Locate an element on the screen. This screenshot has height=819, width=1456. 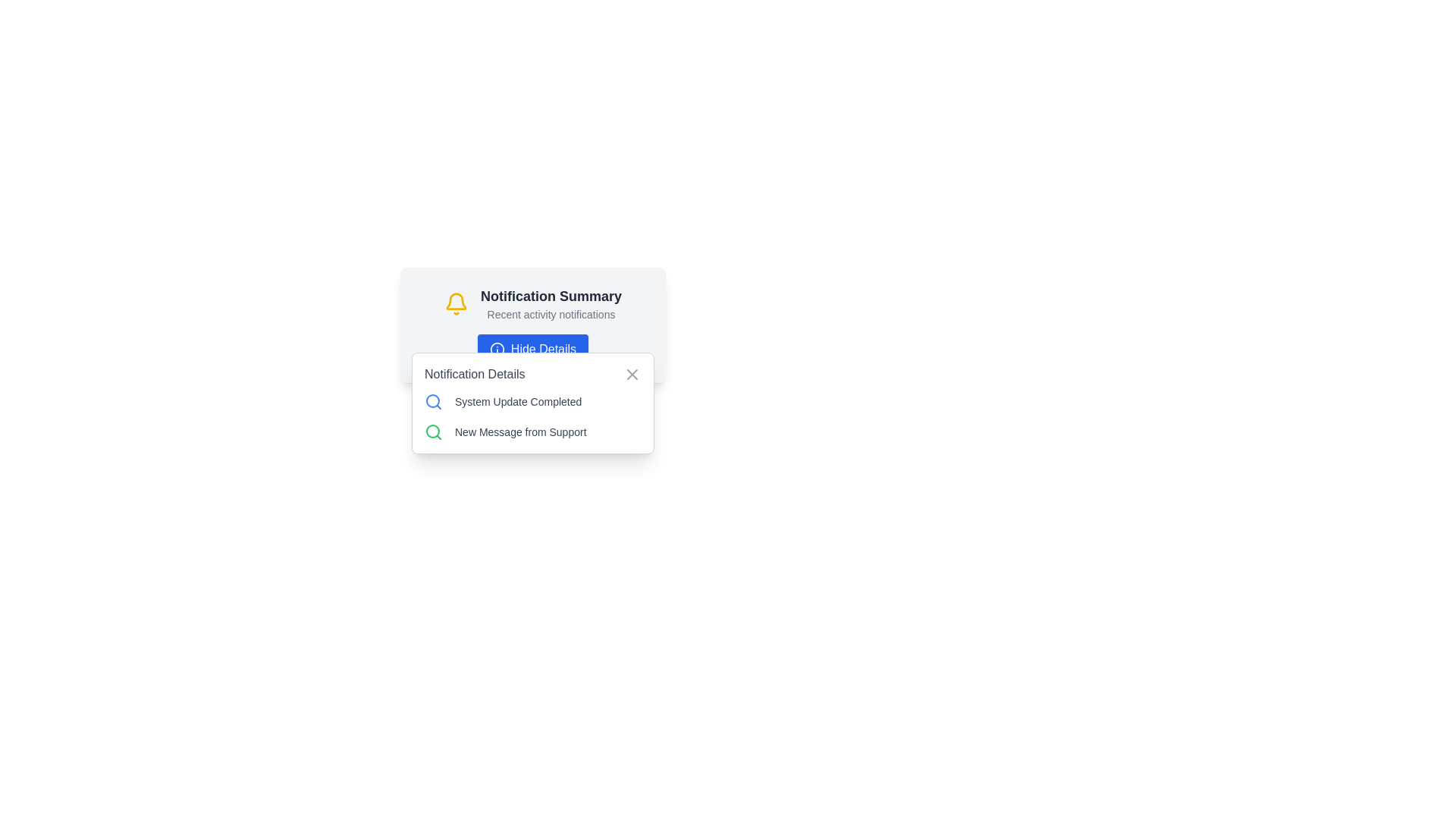
the search icon located in the upper-left corner of the notification detail column, aligned with the text 'System Update Completed' is located at coordinates (432, 400).